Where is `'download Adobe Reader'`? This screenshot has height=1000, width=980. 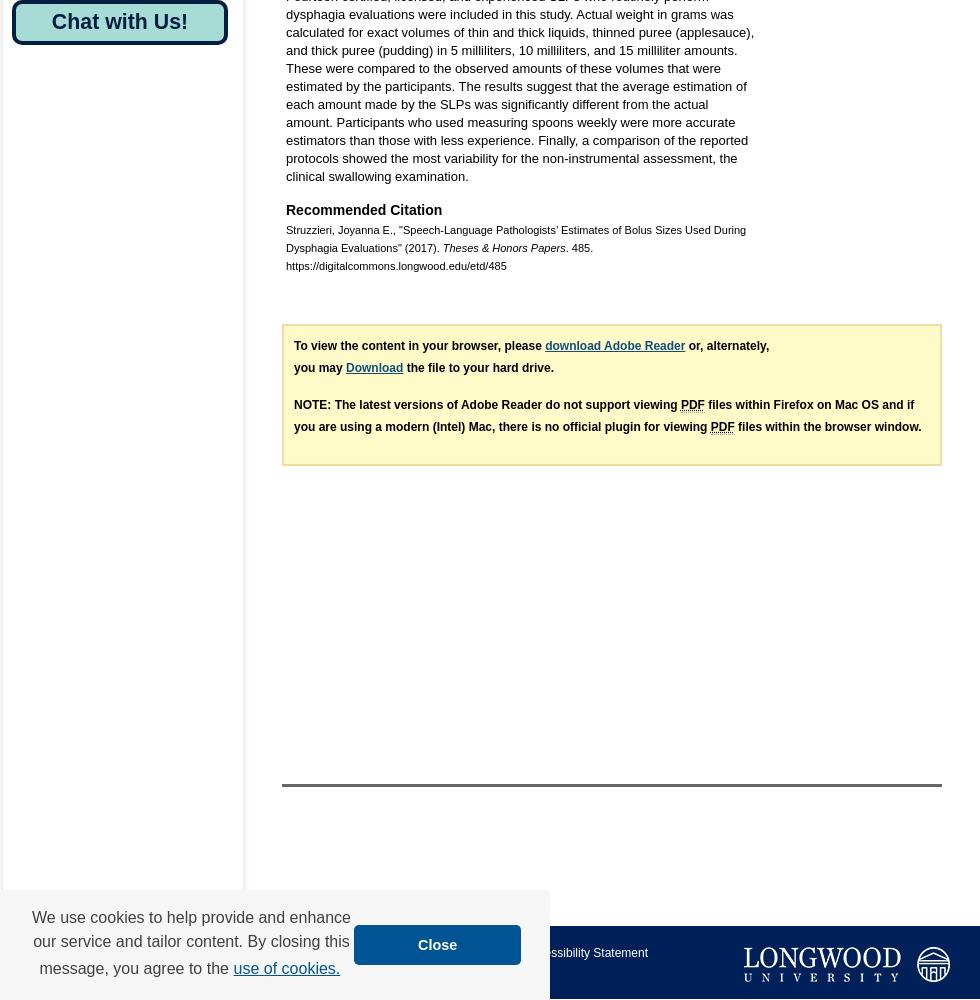
'download Adobe Reader' is located at coordinates (615, 344).